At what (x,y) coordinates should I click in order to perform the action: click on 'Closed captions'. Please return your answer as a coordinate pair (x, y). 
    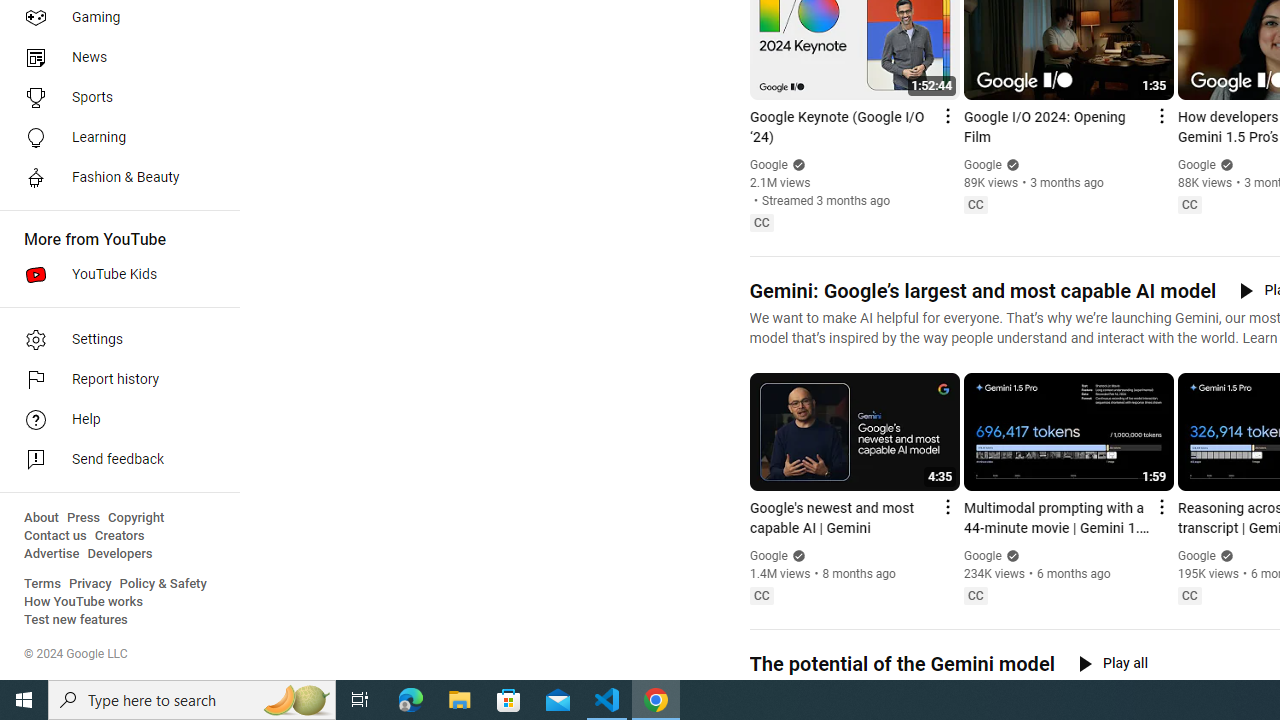
    Looking at the image, I should click on (1189, 594).